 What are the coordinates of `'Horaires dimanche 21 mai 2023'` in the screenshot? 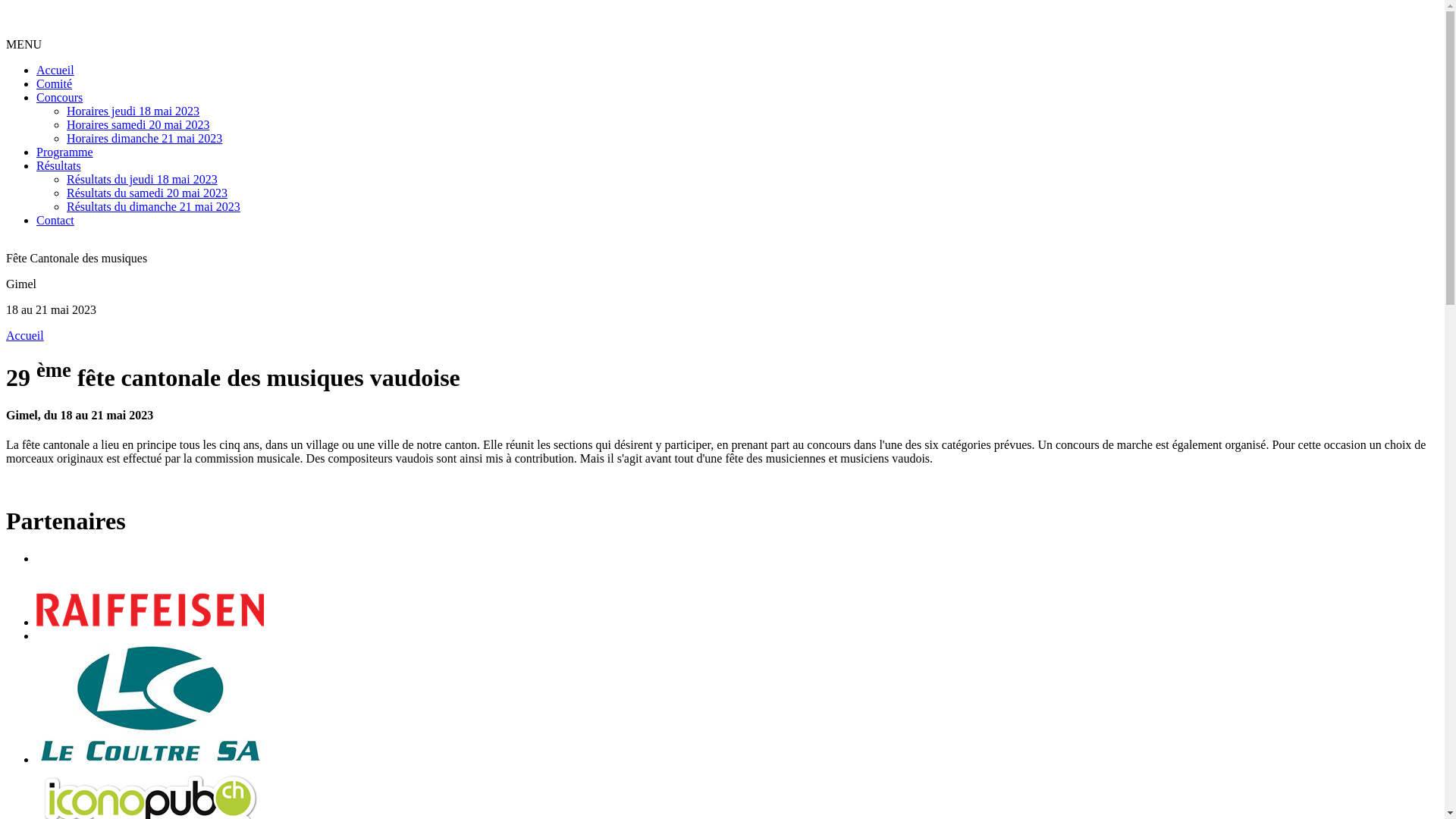 It's located at (65, 138).